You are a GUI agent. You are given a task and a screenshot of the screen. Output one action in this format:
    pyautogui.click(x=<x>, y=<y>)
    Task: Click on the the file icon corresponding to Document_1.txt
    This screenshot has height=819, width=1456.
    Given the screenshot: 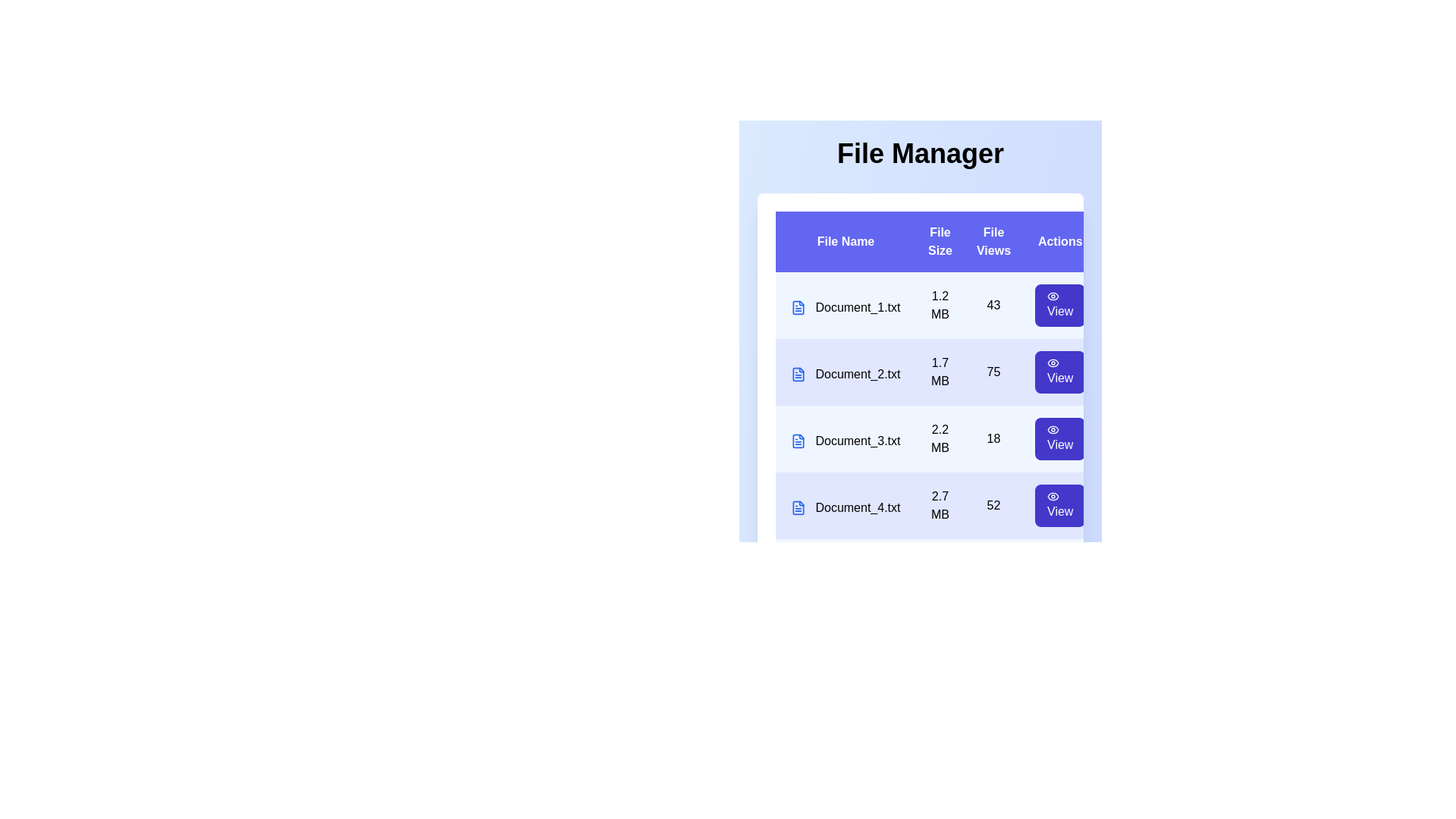 What is the action you would take?
    pyautogui.click(x=797, y=307)
    